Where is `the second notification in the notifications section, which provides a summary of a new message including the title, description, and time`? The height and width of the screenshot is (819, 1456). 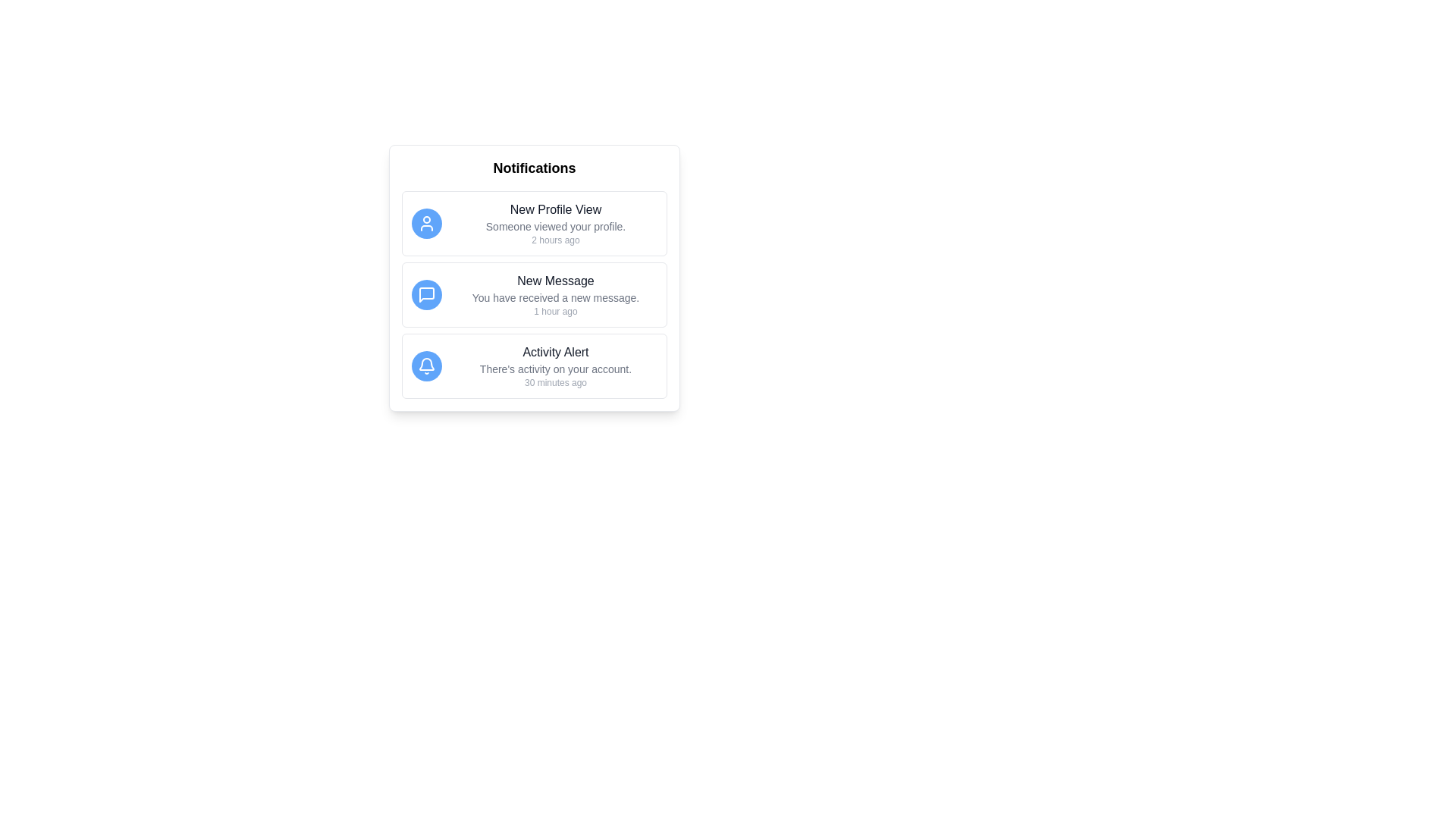
the second notification in the notifications section, which provides a summary of a new message including the title, description, and time is located at coordinates (555, 295).